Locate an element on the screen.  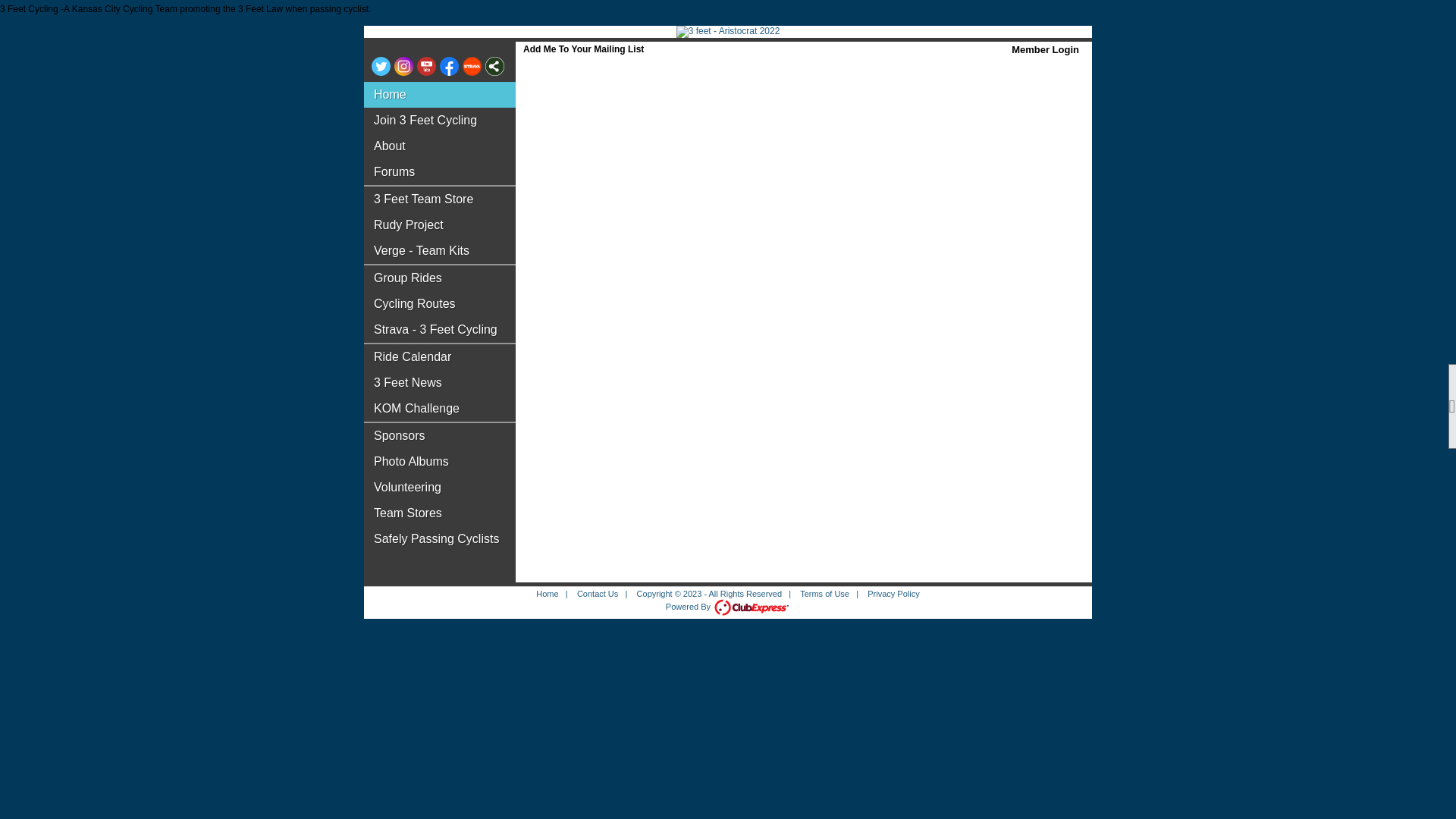
'Visit us on Strava' is located at coordinates (471, 66).